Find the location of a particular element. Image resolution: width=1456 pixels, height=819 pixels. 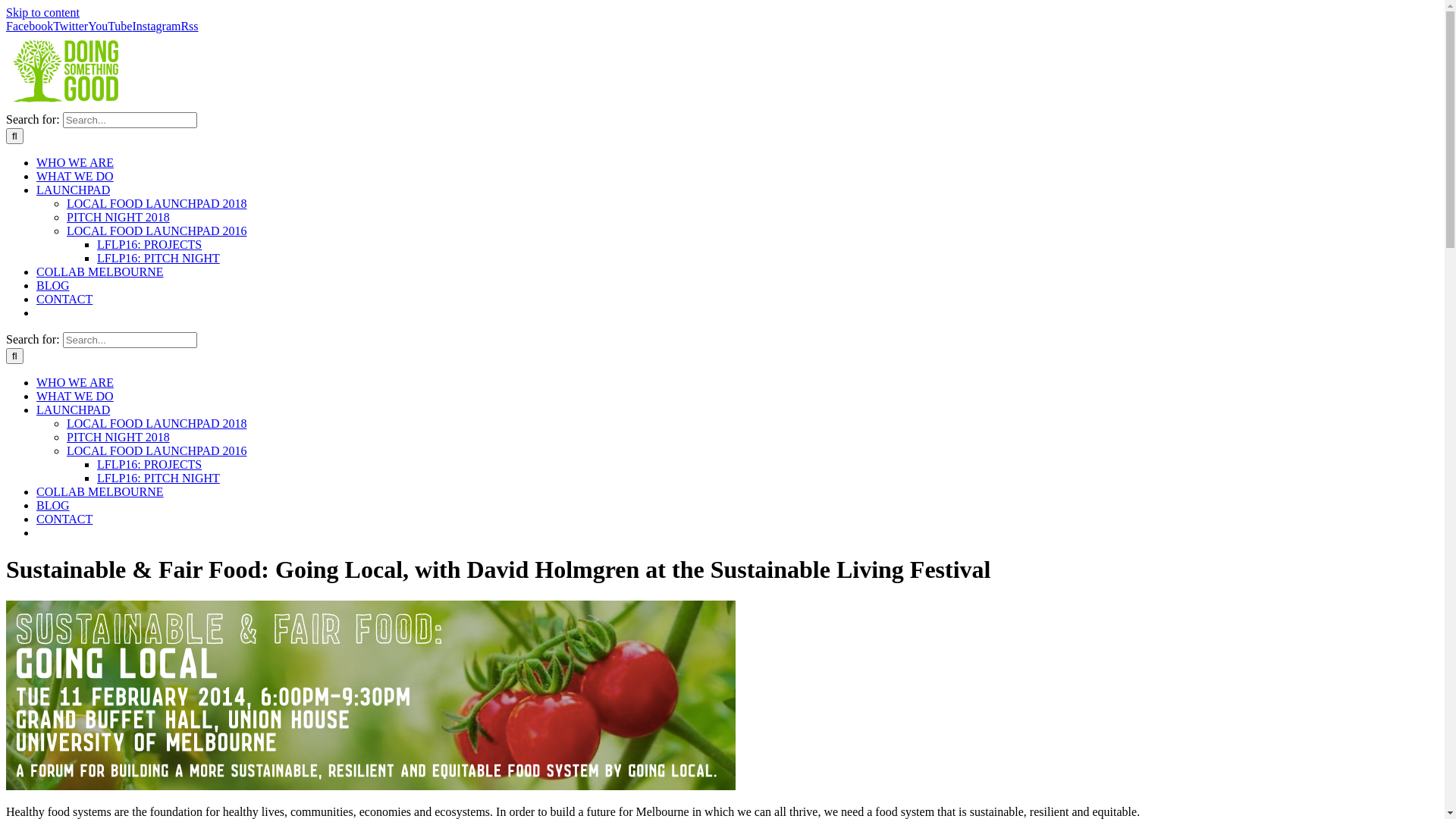

'WHAT WE DO' is located at coordinates (36, 395).